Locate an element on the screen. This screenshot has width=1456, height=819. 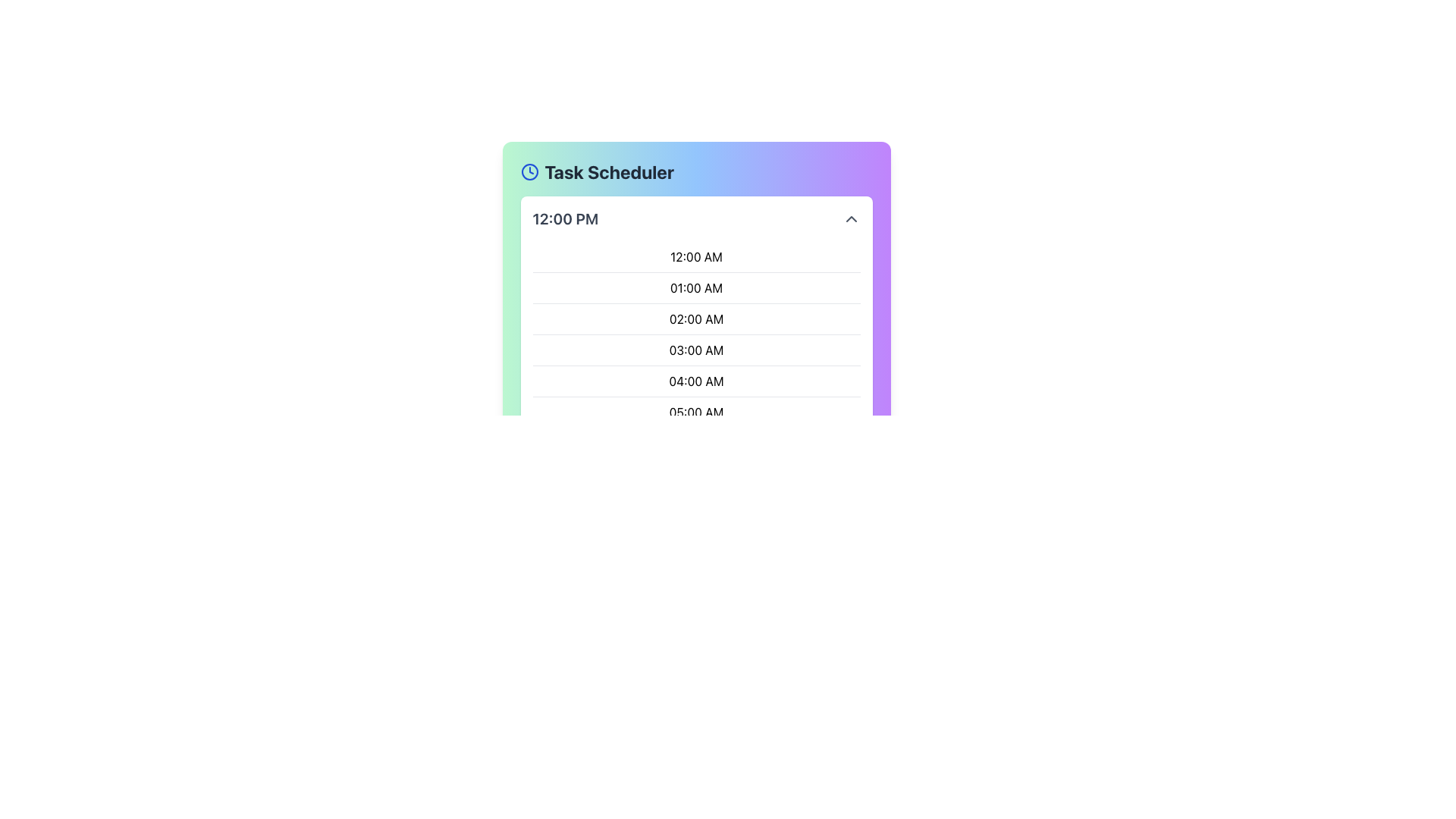
the 'Task Scheduler' icon located at the leftmost side of the header area, which visually represents time or scheduling is located at coordinates (529, 171).